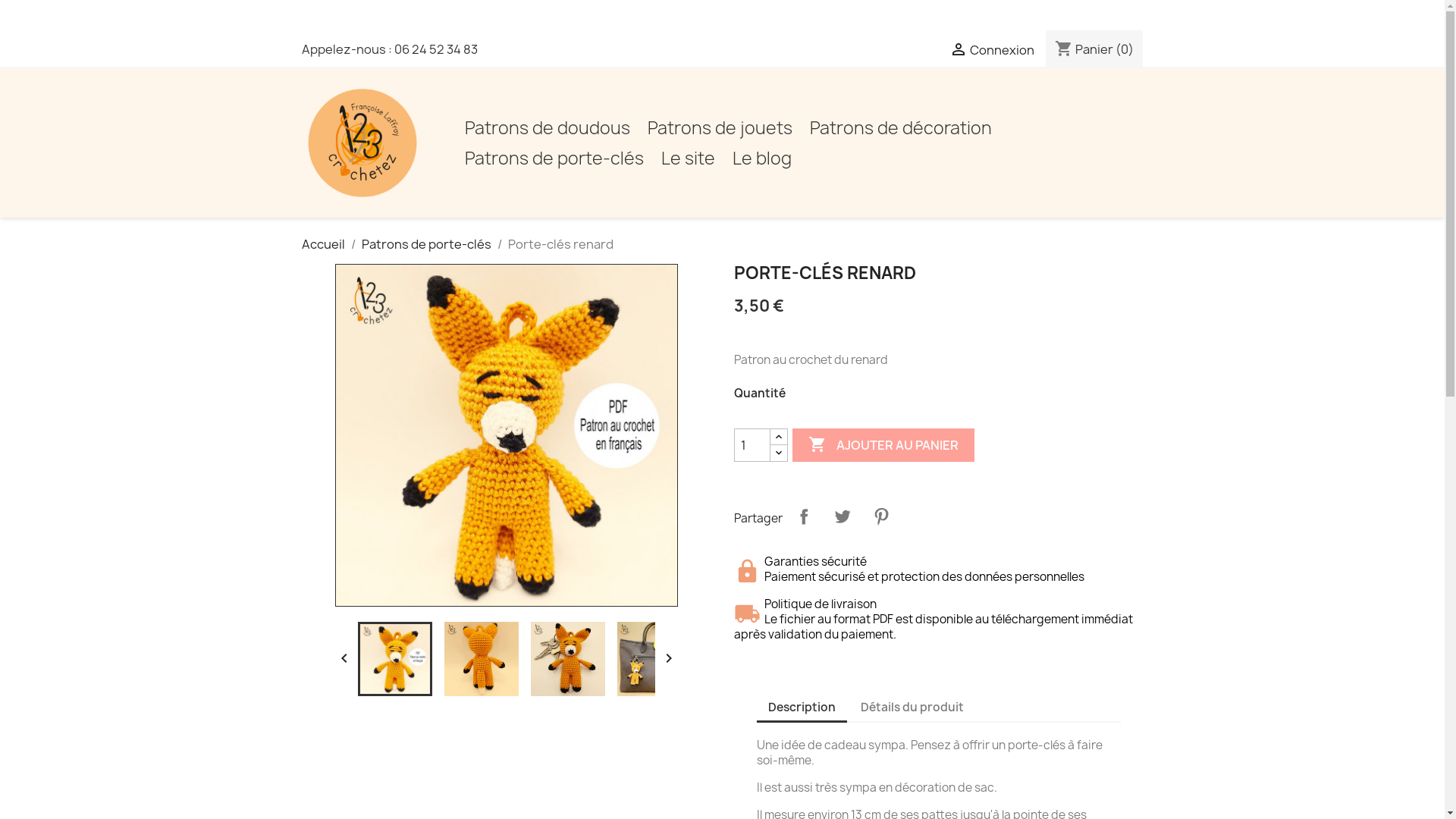 This screenshot has height=819, width=1456. What do you see at coordinates (840, 516) in the screenshot?
I see `'Tweet'` at bounding box center [840, 516].